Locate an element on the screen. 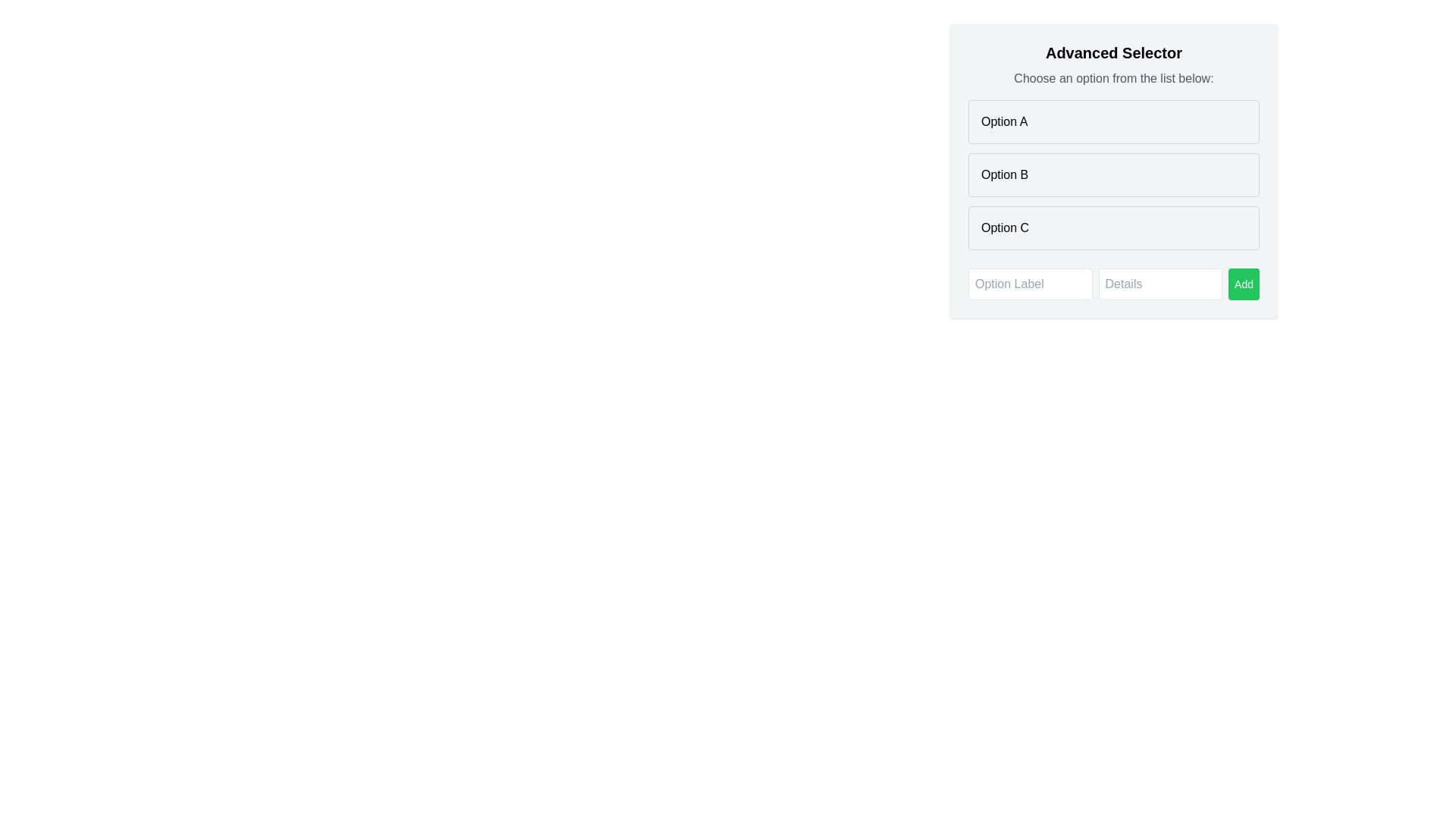 This screenshot has height=819, width=1456. the selectable list item labeled 'Option C' which is a horizontally elongated rectangle with a light gray background is located at coordinates (1113, 227).